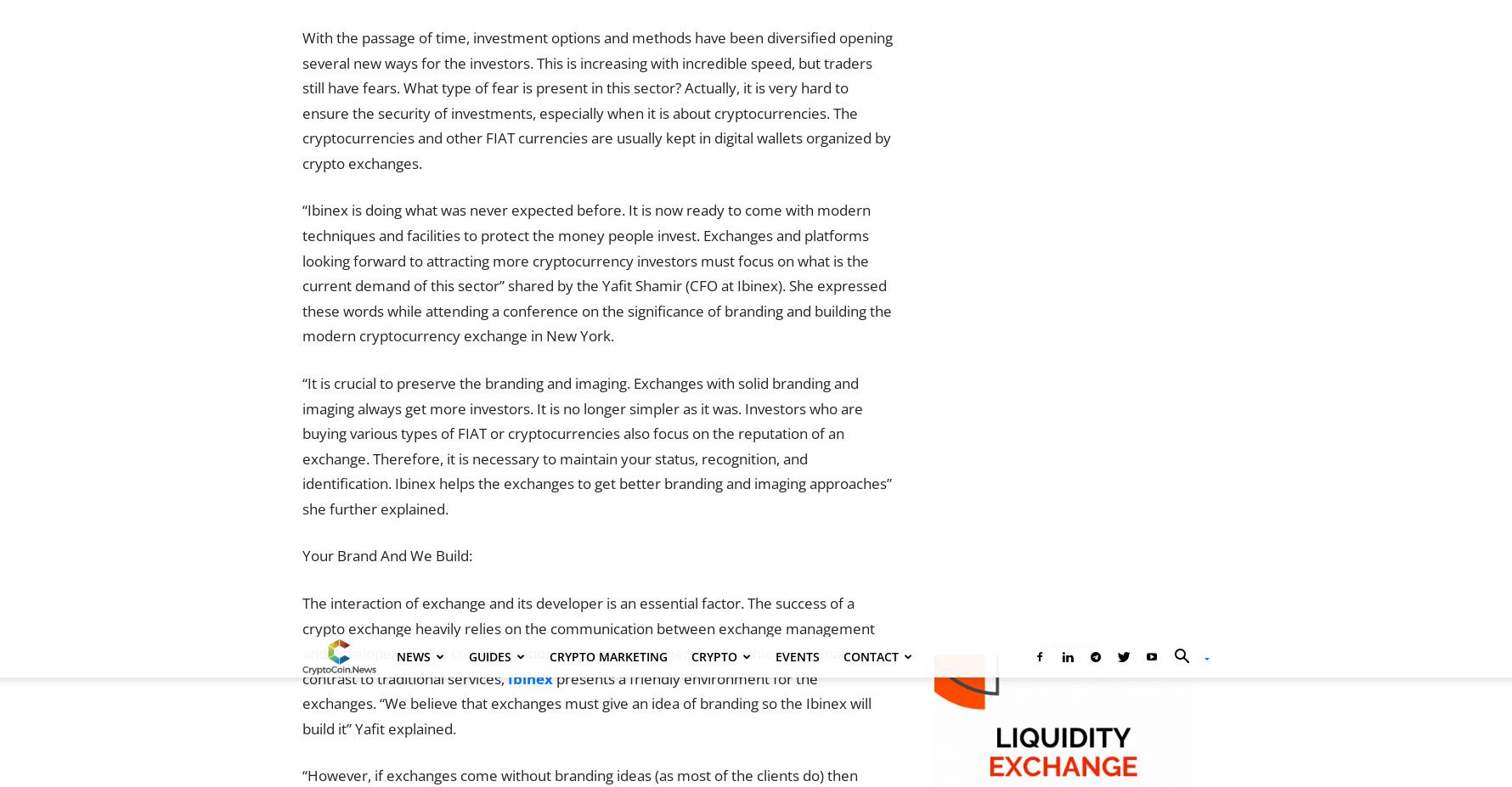 The image size is (1512, 787). I want to click on 'RELATED ARTICLES', so click(366, 476).